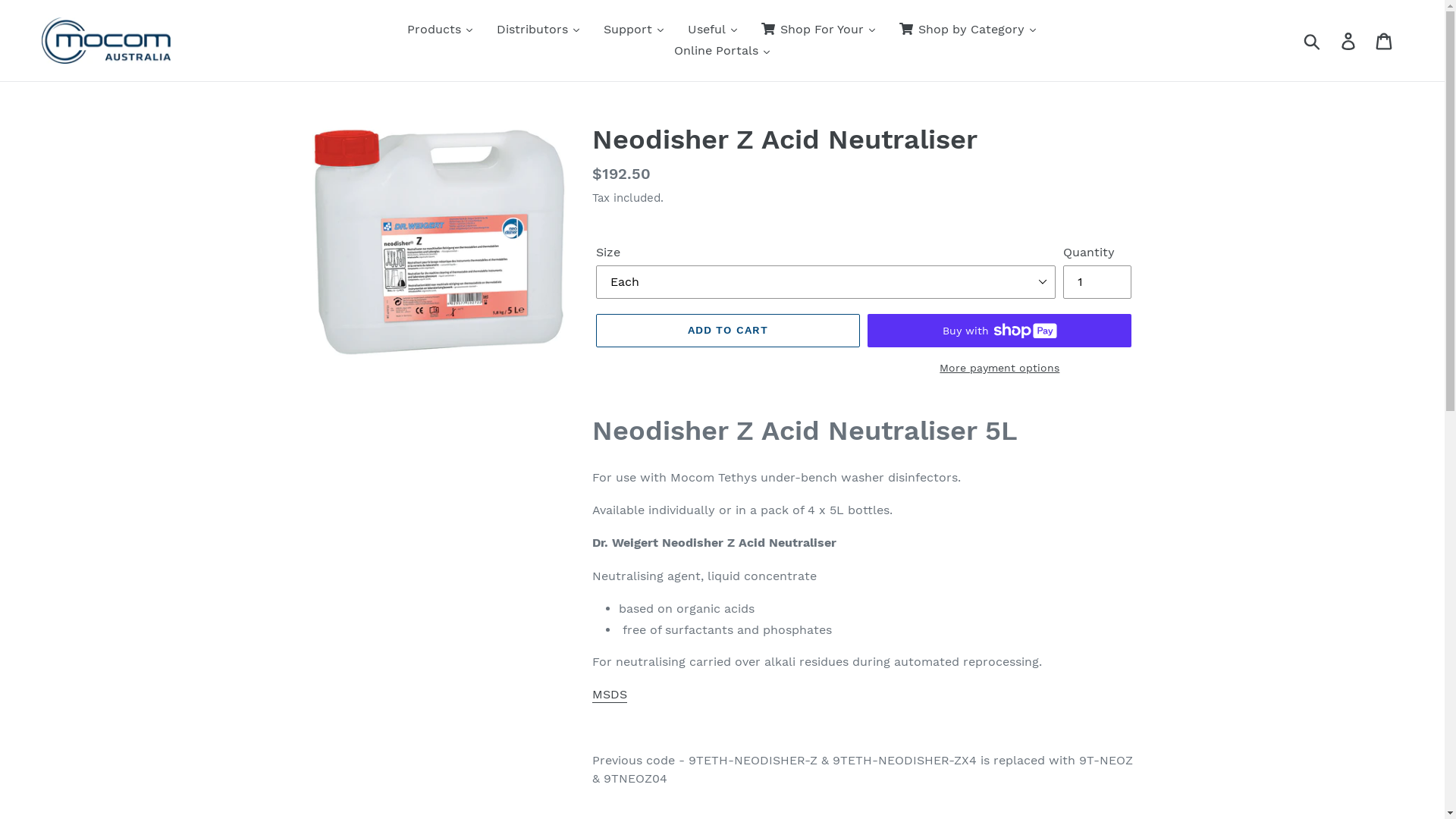  I want to click on 'MSDS', so click(610, 695).